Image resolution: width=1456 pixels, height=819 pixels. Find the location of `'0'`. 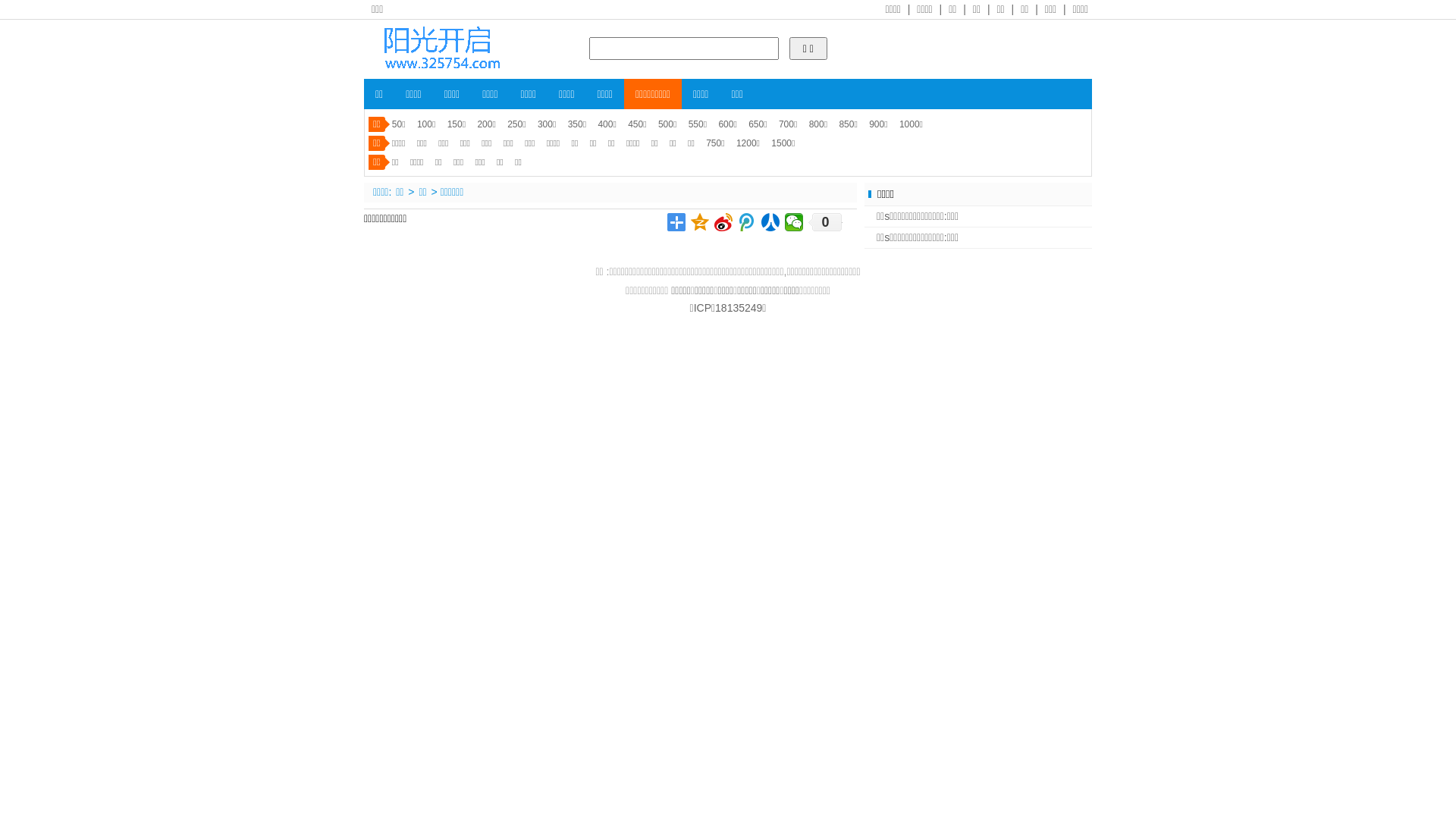

'0' is located at coordinates (824, 222).